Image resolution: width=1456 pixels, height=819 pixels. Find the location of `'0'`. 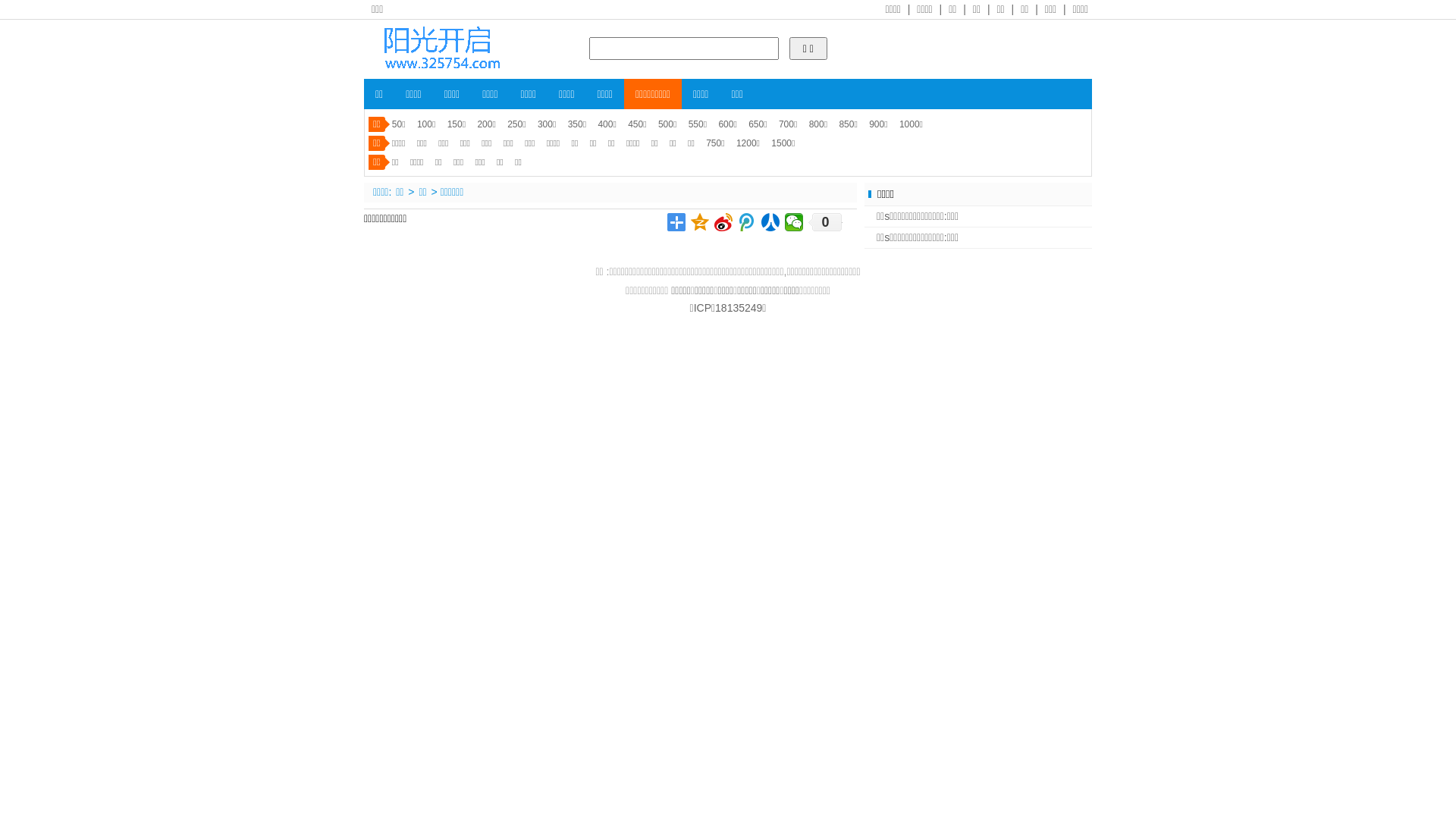

'0' is located at coordinates (824, 222).